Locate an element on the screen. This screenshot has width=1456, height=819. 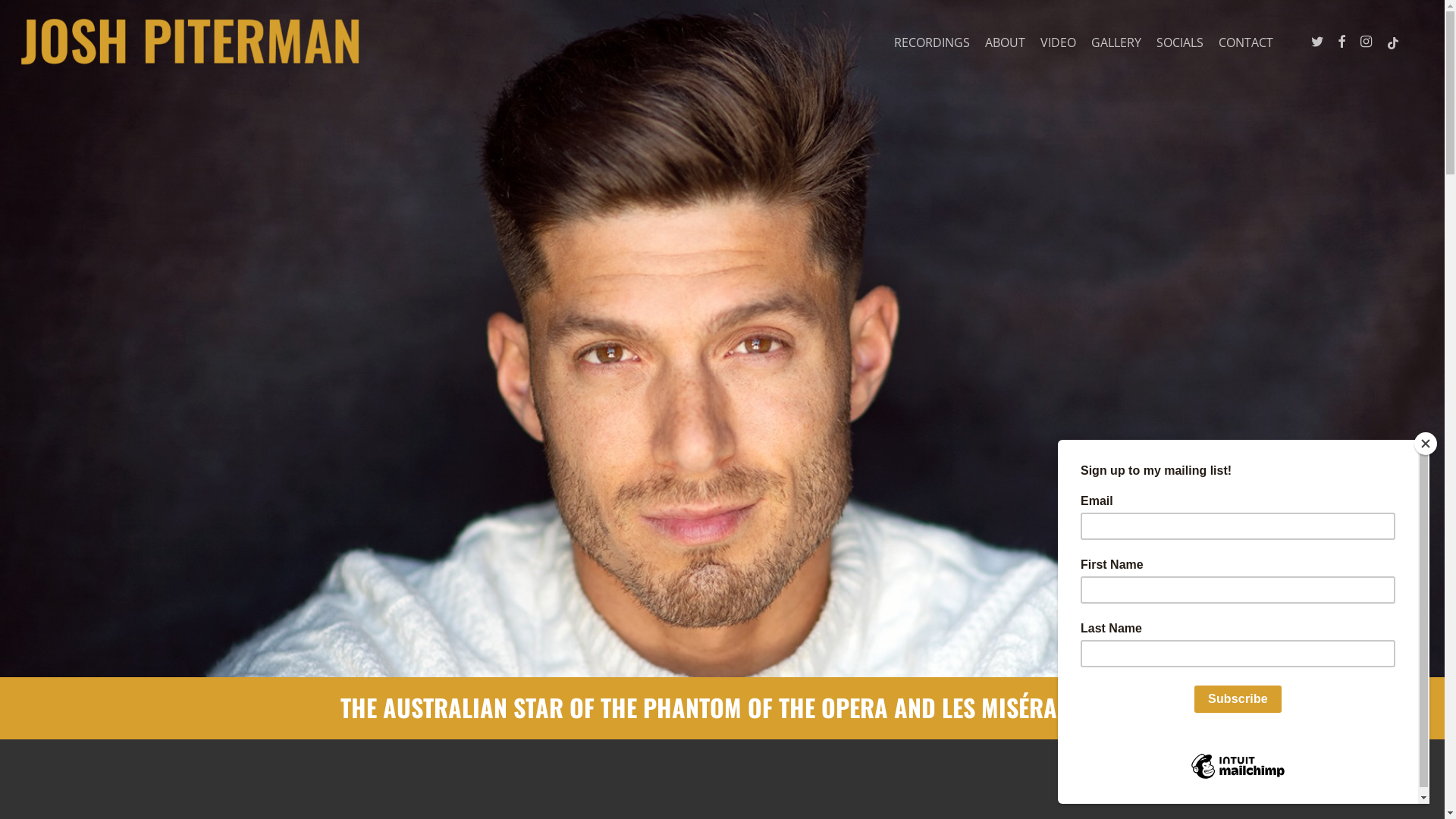
'VIDEO' is located at coordinates (1032, 42).